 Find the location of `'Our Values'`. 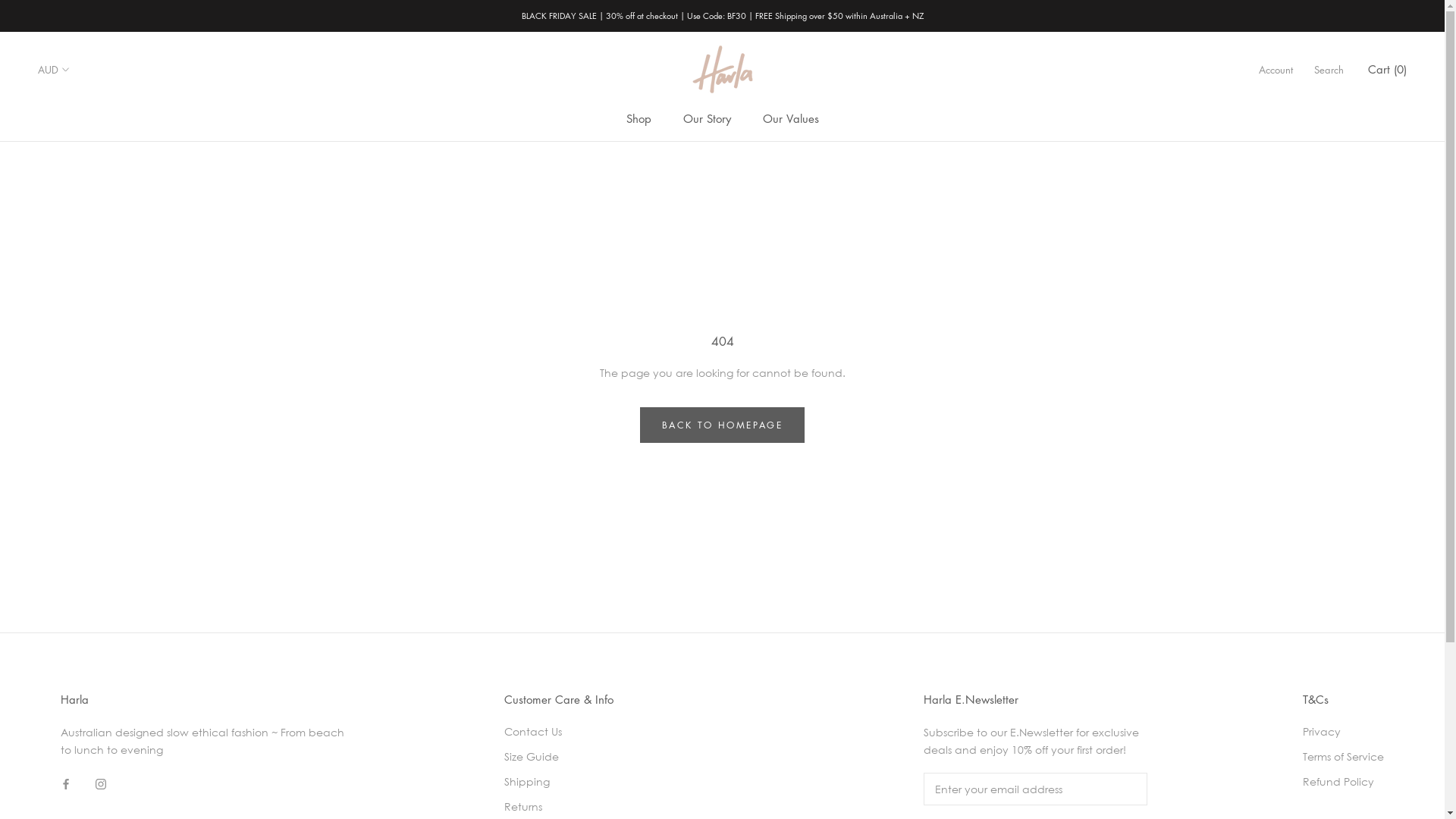

'Our Values' is located at coordinates (789, 117).